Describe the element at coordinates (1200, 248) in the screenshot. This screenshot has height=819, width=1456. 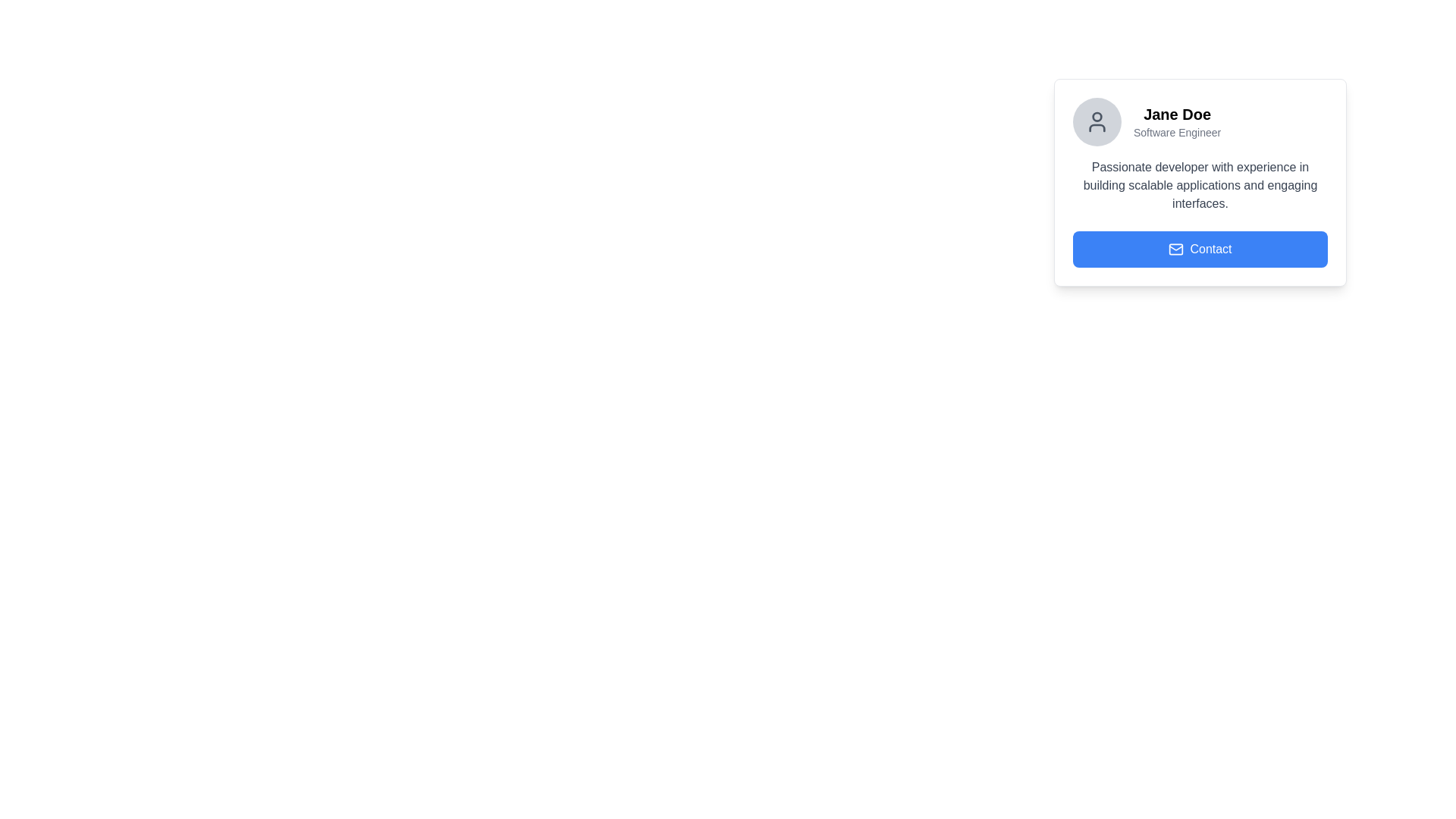
I see `the contact button located at the bottom of the profile card layout` at that location.